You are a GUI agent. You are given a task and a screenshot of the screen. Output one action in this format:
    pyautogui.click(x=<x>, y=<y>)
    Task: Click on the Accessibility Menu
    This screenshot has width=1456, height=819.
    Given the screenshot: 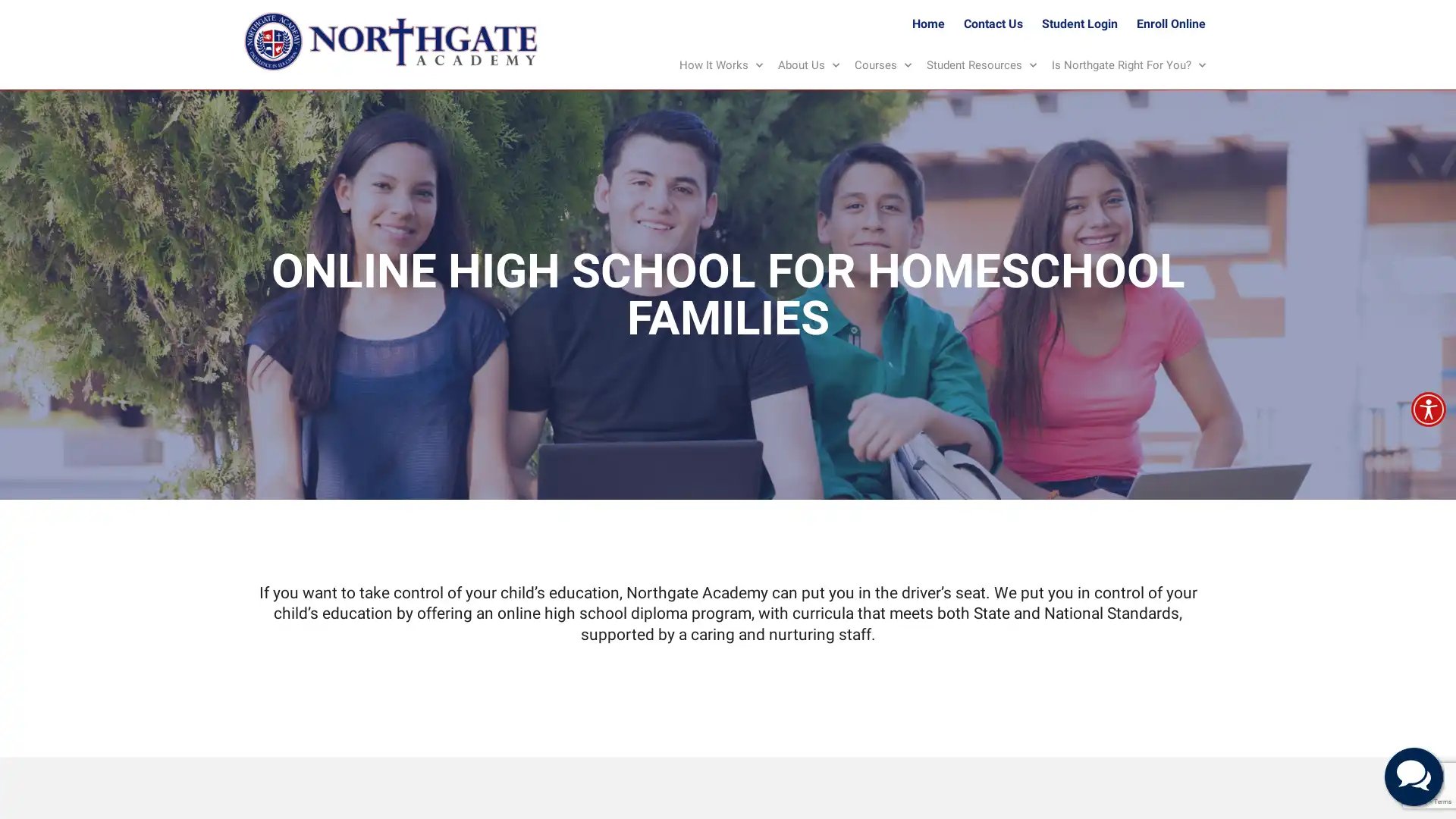 What is the action you would take?
    pyautogui.click(x=1427, y=409)
    